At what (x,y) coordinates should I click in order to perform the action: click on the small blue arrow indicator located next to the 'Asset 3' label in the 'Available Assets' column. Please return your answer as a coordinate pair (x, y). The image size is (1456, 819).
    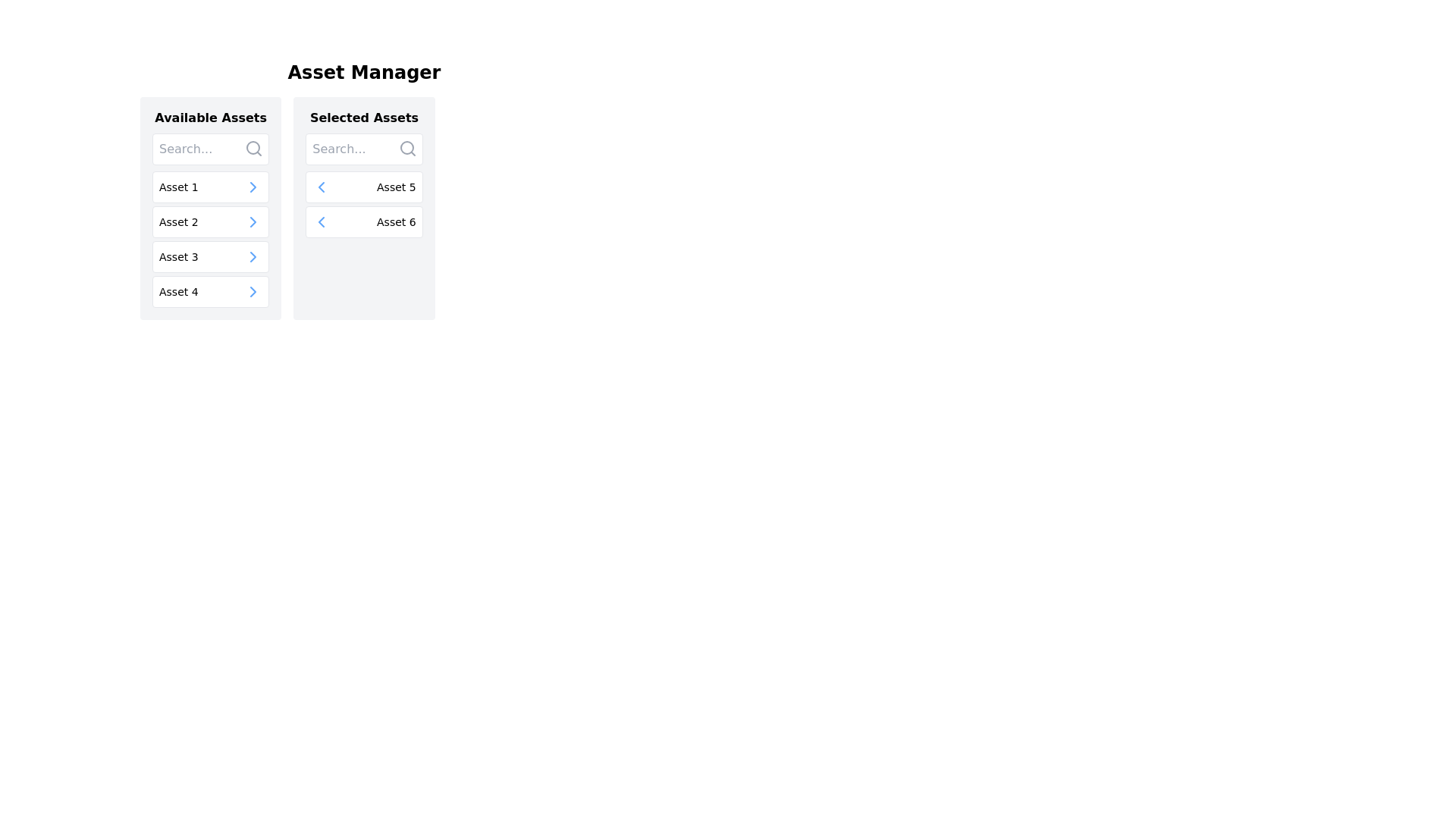
    Looking at the image, I should click on (253, 256).